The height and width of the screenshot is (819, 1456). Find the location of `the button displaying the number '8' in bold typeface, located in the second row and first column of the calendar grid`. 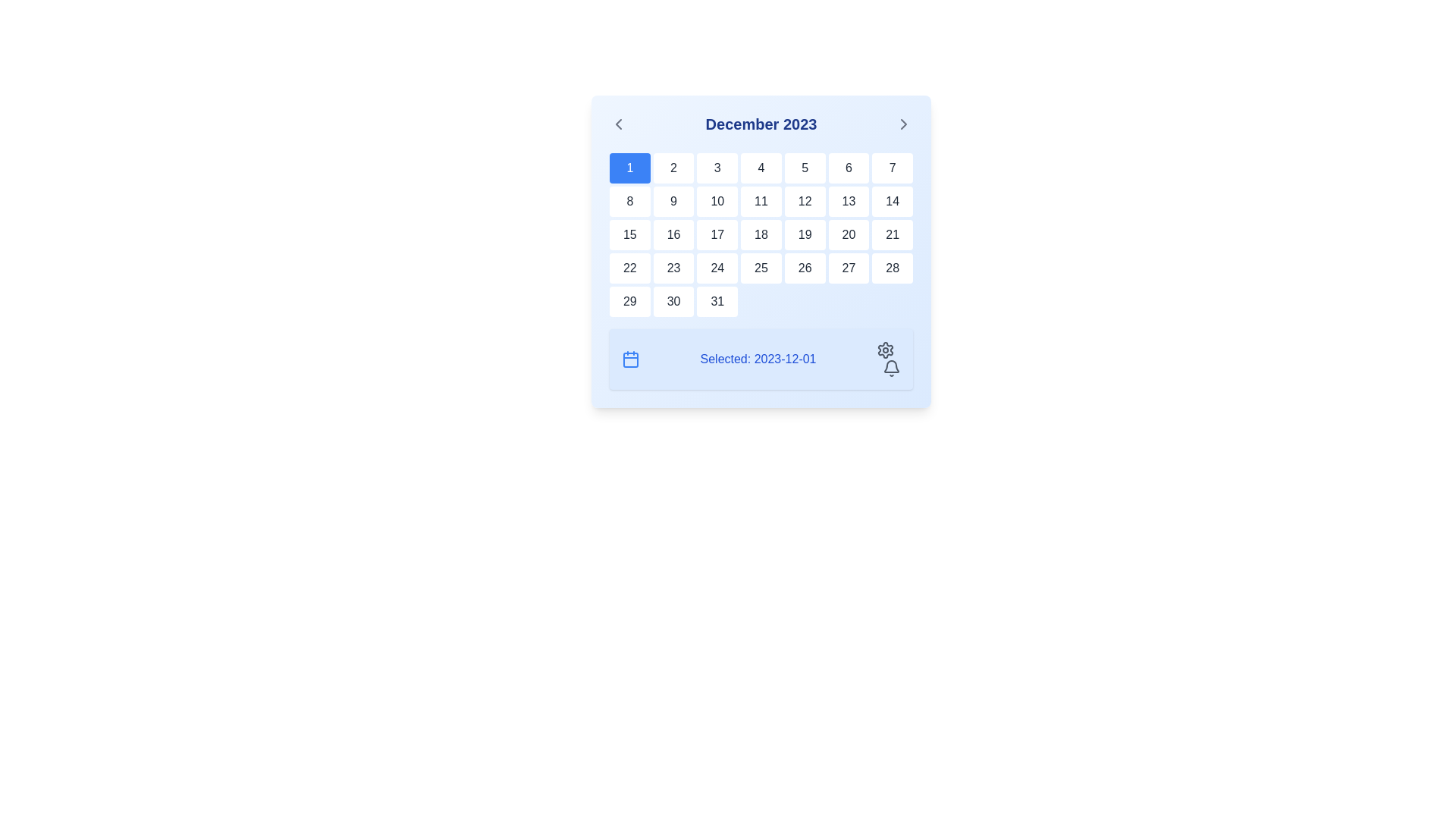

the button displaying the number '8' in bold typeface, located in the second row and first column of the calendar grid is located at coordinates (629, 201).